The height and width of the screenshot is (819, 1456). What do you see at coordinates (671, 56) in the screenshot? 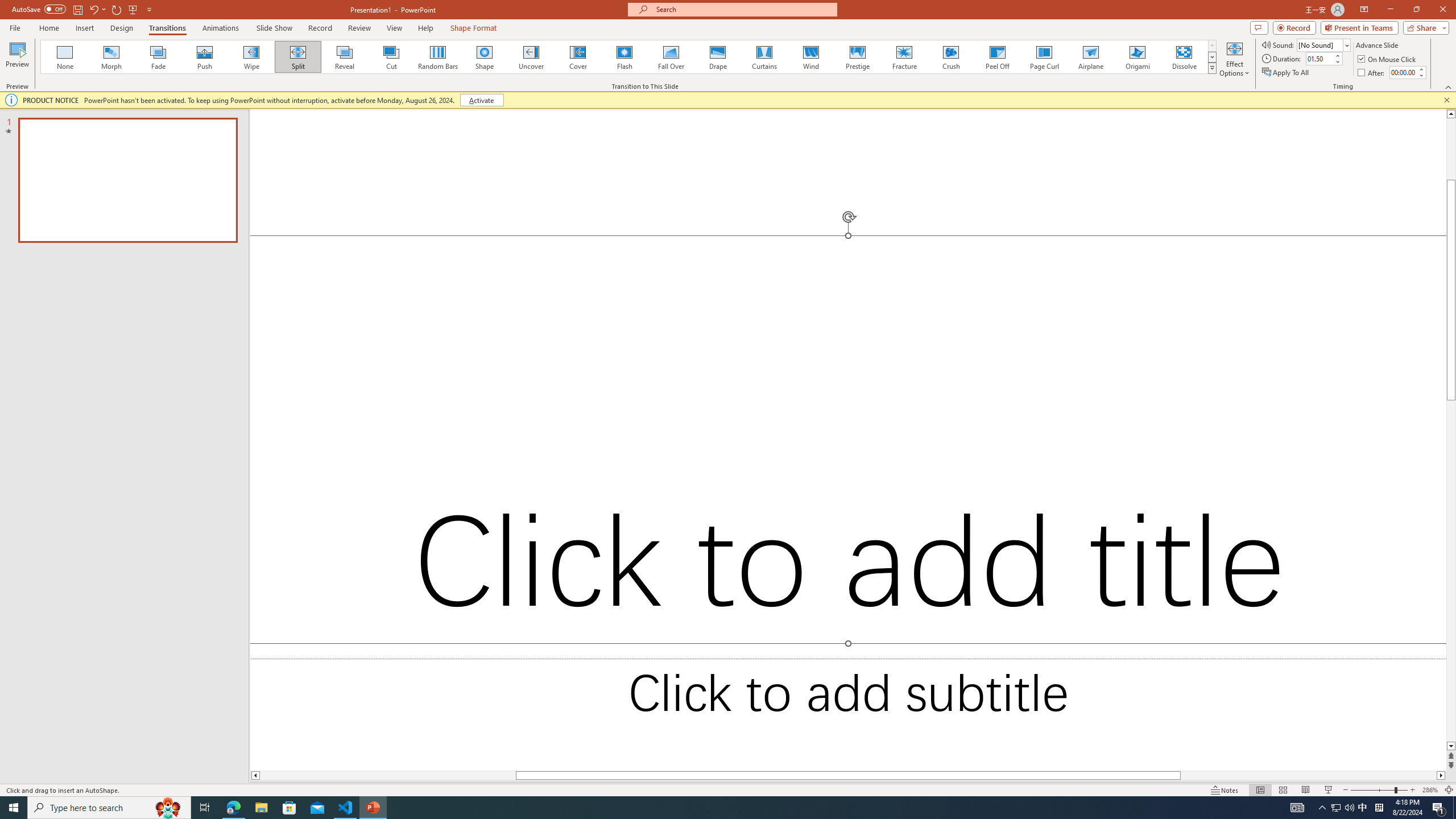
I see `'Fall Over'` at bounding box center [671, 56].